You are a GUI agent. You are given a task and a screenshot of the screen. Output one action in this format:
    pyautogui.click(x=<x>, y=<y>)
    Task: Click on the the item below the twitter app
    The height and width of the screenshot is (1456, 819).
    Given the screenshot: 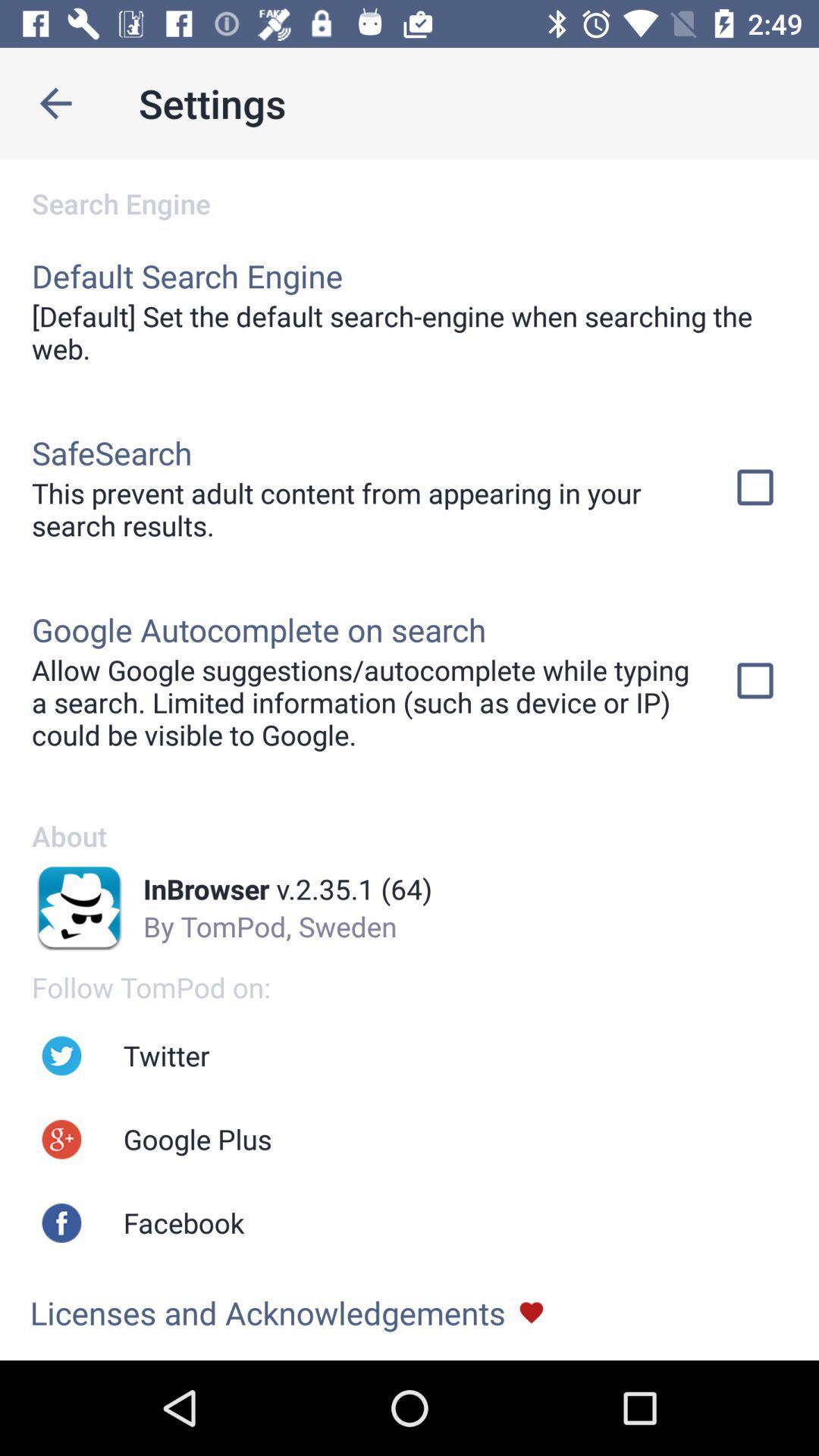 What is the action you would take?
    pyautogui.click(x=196, y=1139)
    